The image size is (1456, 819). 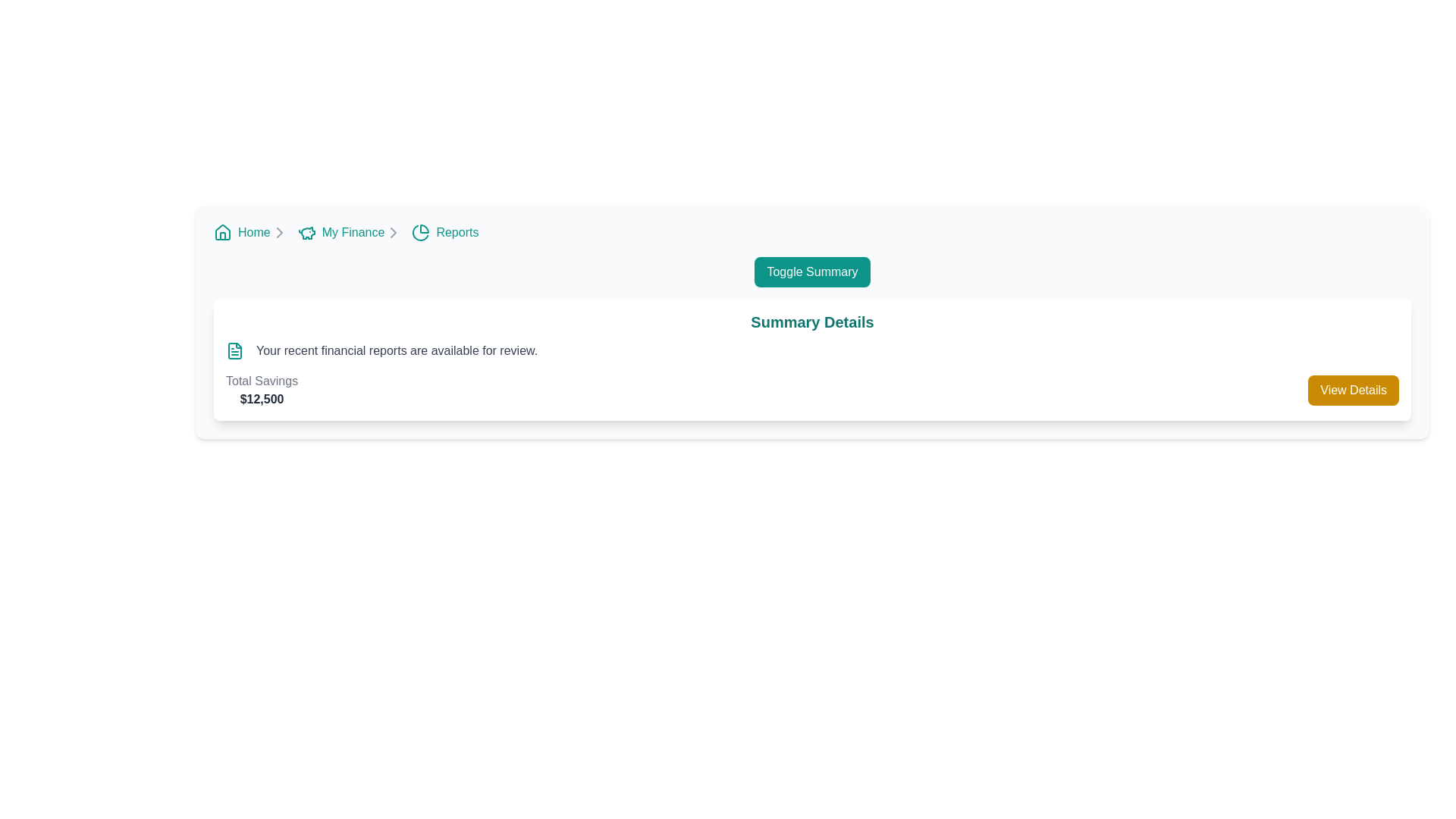 What do you see at coordinates (307, 233) in the screenshot?
I see `the 'My Finance' icon in the breadcrumb navigation bar` at bounding box center [307, 233].